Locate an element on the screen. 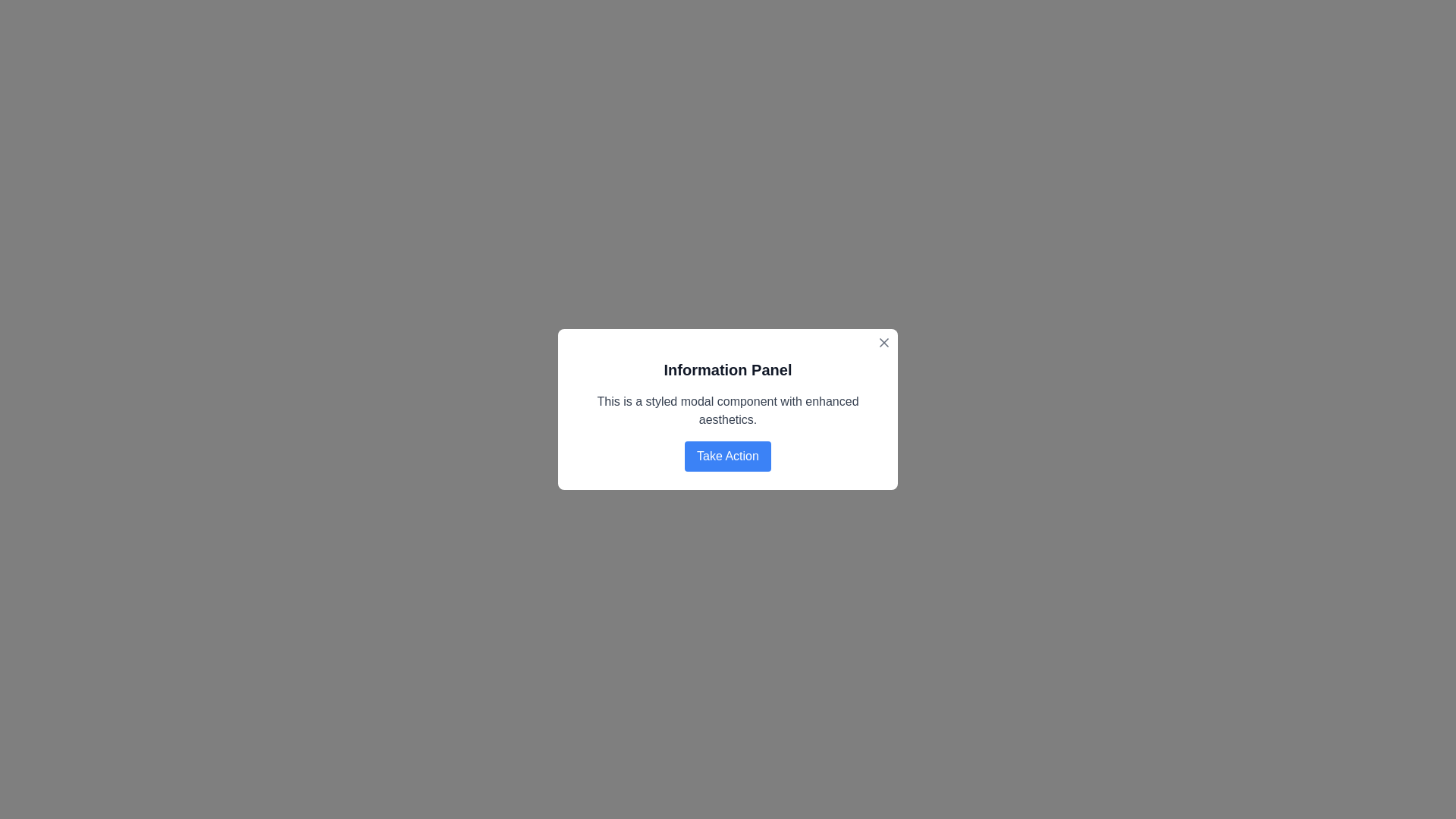 This screenshot has width=1456, height=819. the static text block that provides additional information in the modal, positioned between the title 'Information Panel' and the button 'Take Action' is located at coordinates (728, 411).